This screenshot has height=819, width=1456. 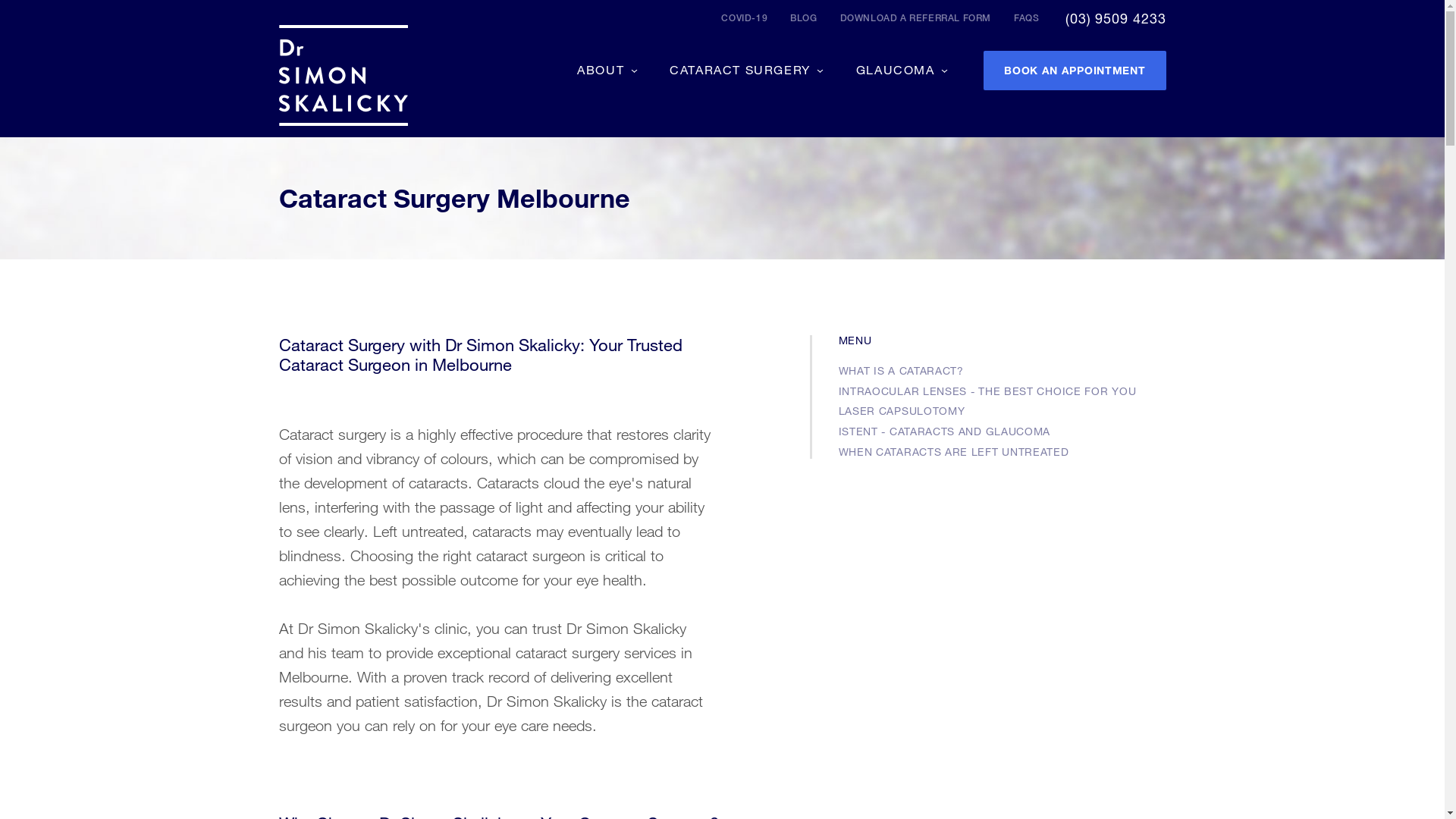 I want to click on 'Dr Simon Skalicky', so click(x=342, y=75).